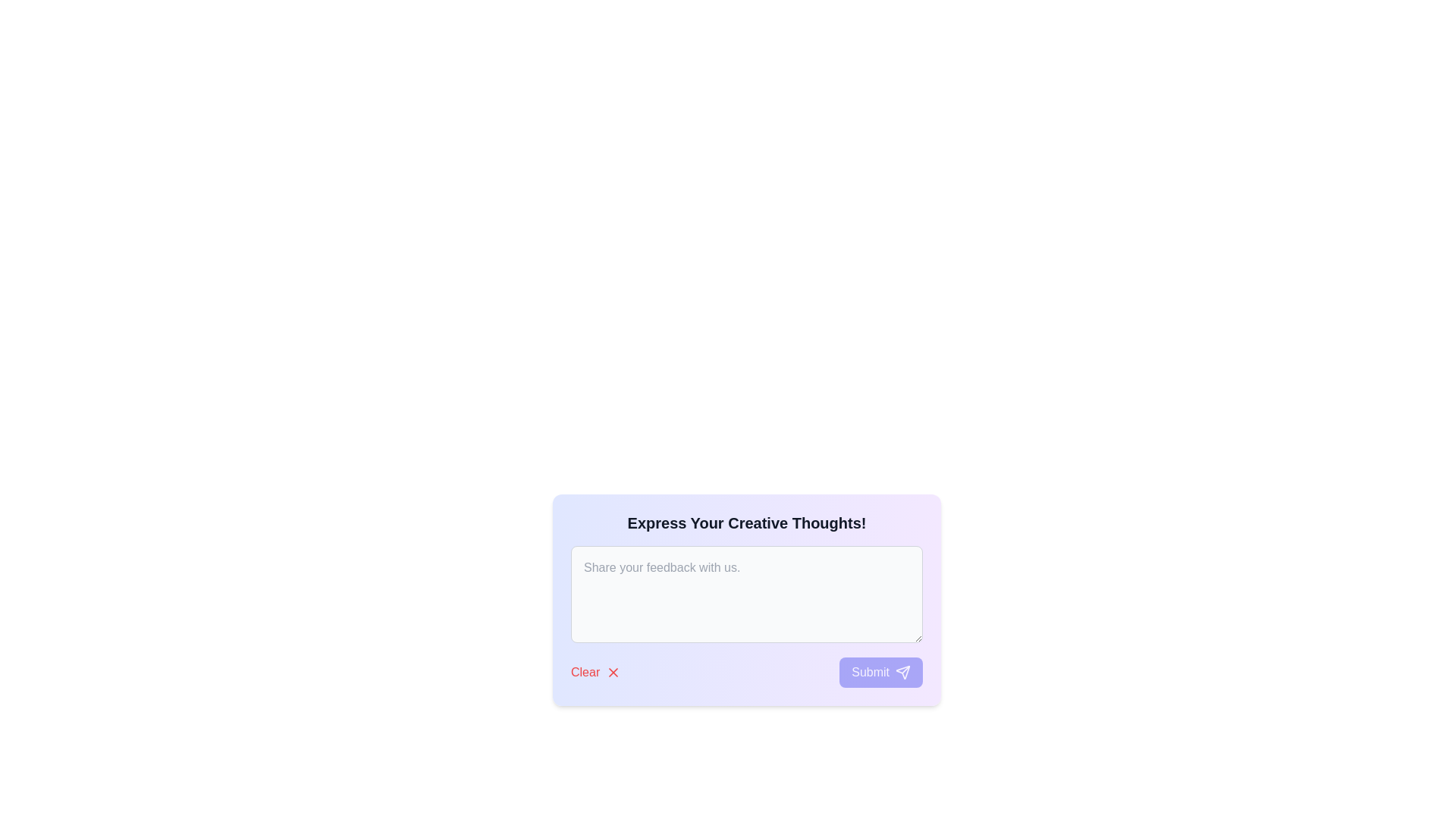  What do you see at coordinates (902, 672) in the screenshot?
I see `the paper airplane icon located on the right side of the 'Submit' button` at bounding box center [902, 672].